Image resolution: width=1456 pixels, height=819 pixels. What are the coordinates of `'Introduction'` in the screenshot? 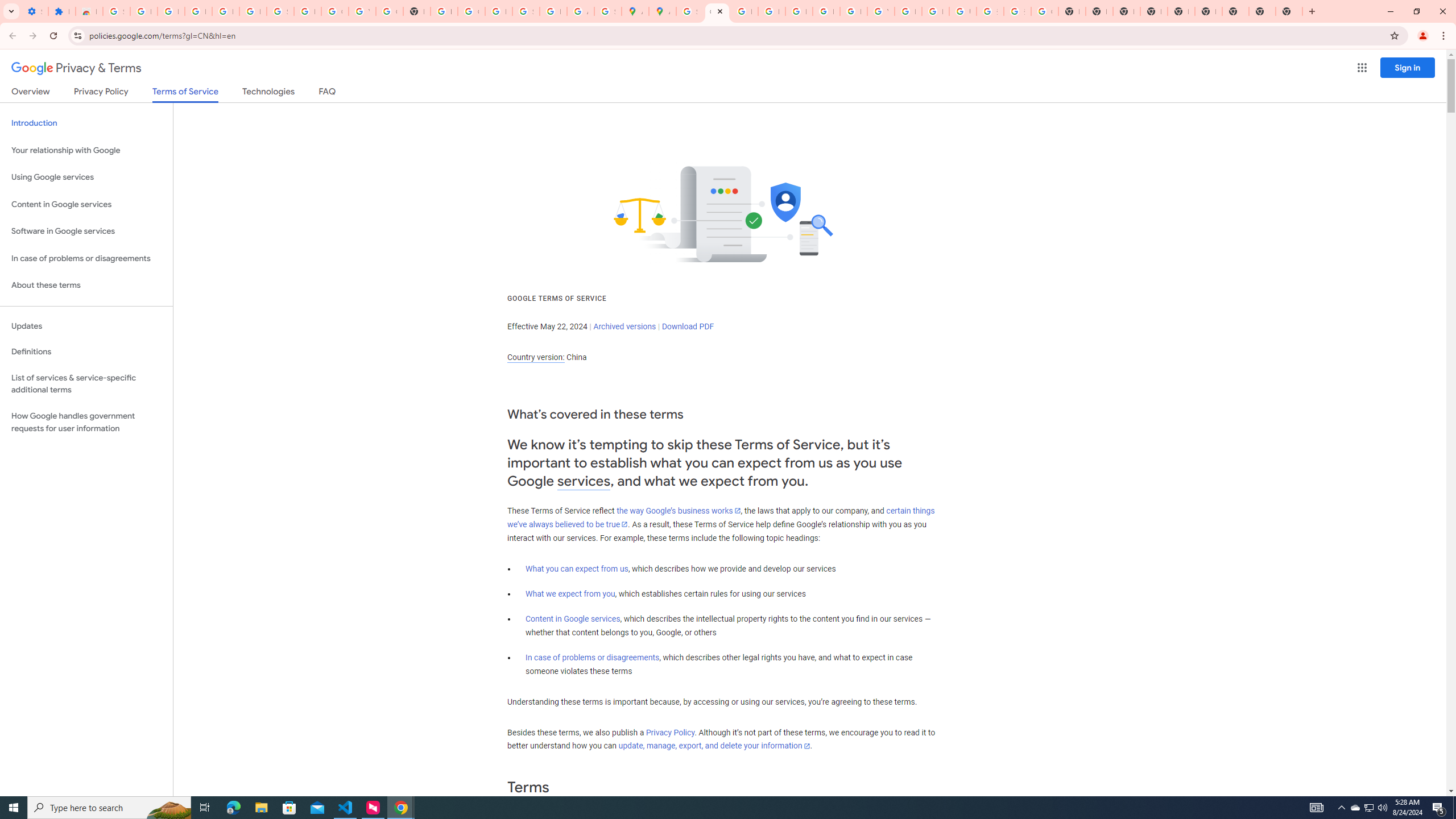 It's located at (86, 122).